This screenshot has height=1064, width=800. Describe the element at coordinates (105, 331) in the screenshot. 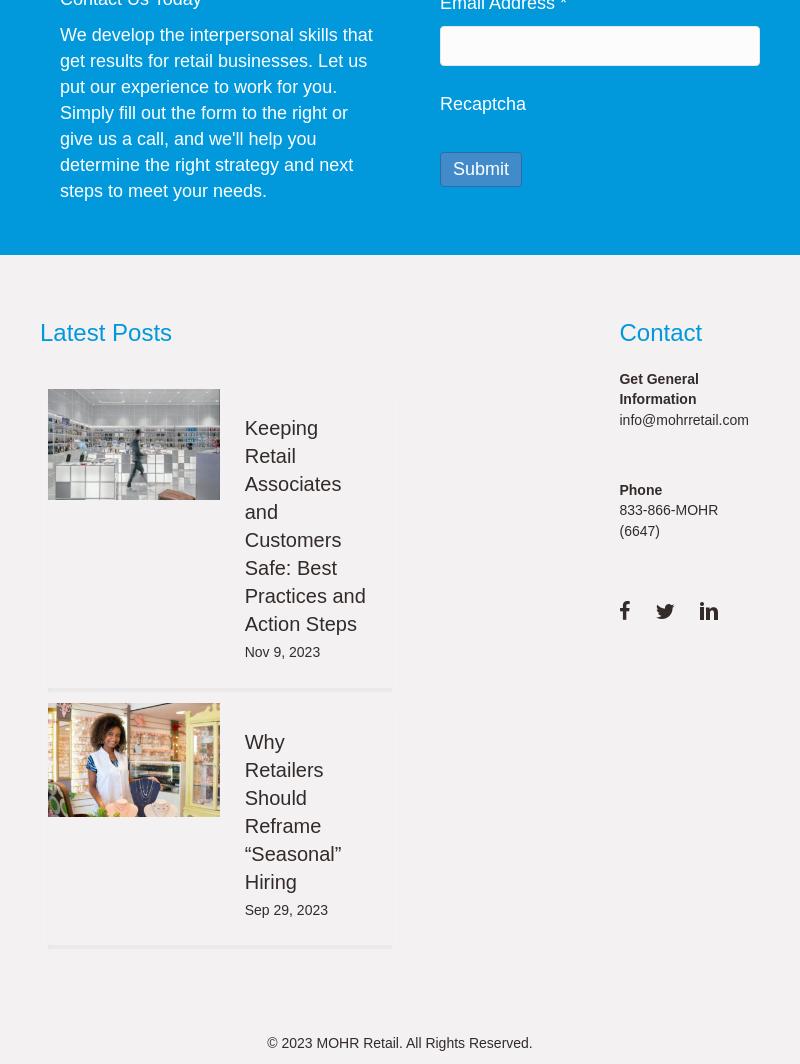

I see `'Latest Posts'` at that location.